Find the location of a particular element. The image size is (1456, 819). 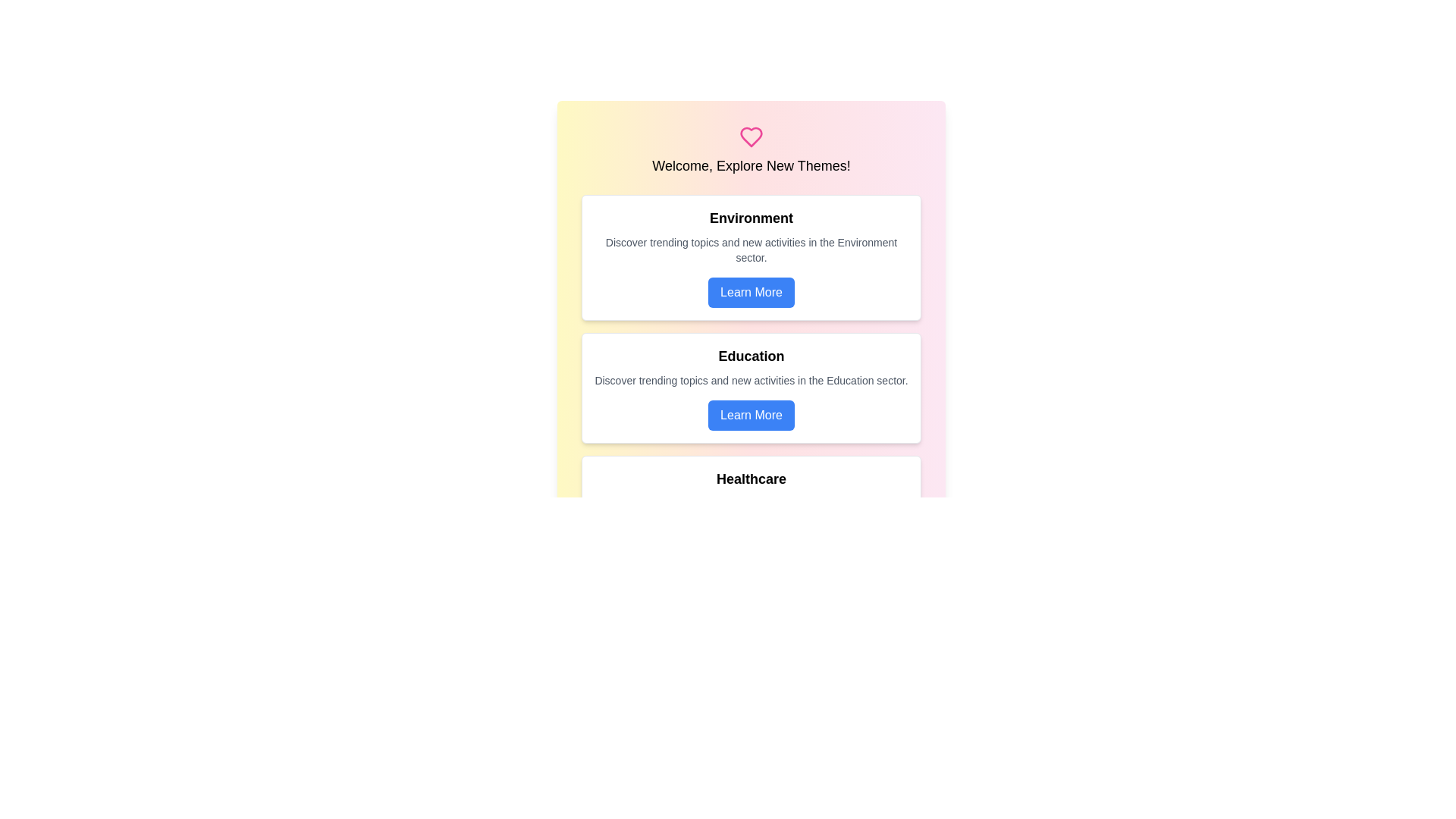

the 'Learn More' button on the 'Education' informational card, which is the second card in a sequence of three vertically stacked cards is located at coordinates (751, 388).